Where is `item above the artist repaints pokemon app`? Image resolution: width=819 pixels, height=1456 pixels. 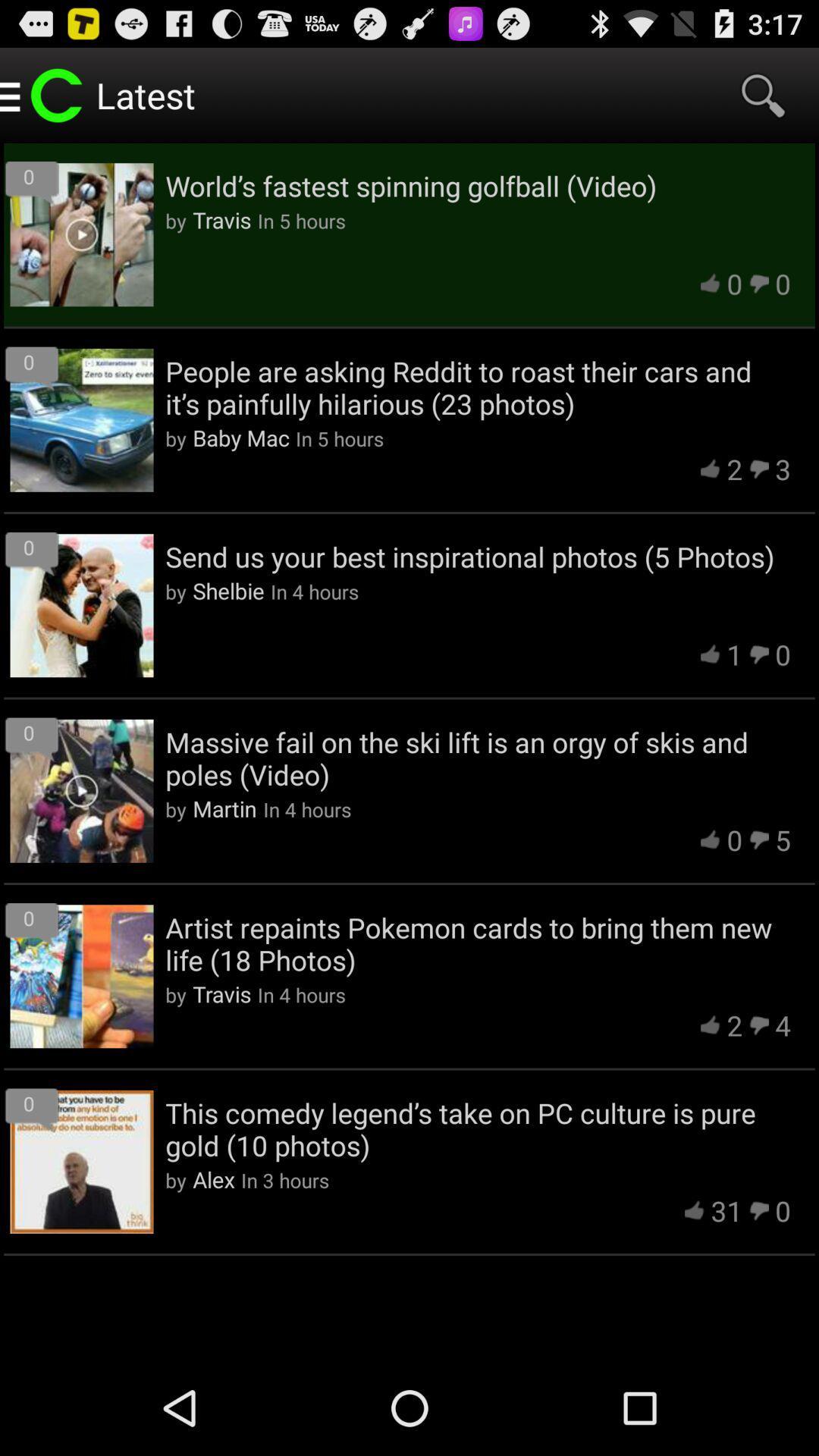 item above the artist repaints pokemon app is located at coordinates (224, 808).